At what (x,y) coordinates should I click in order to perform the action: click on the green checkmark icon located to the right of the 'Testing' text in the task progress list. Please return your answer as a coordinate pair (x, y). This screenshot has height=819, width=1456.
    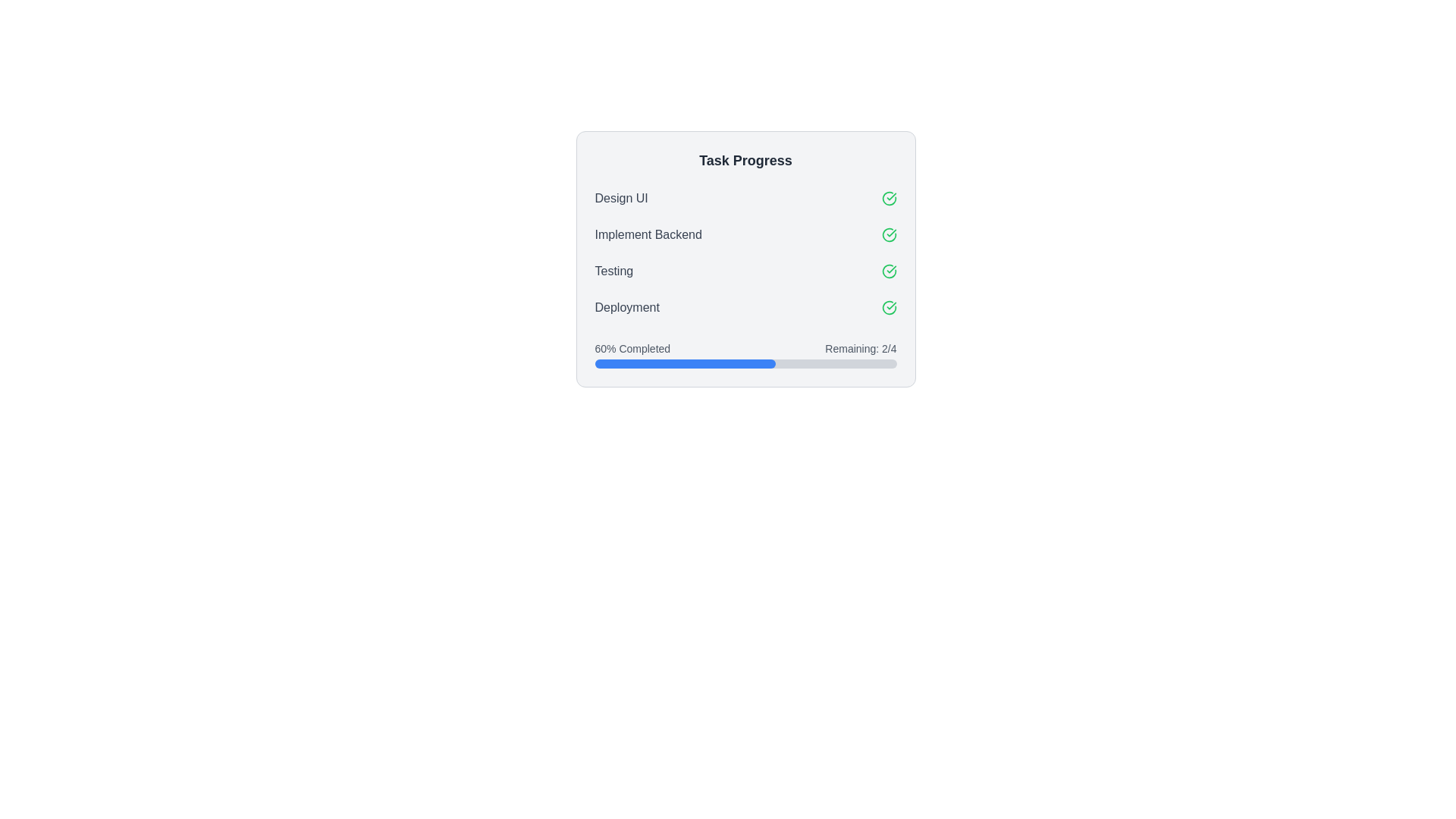
    Looking at the image, I should click on (889, 271).